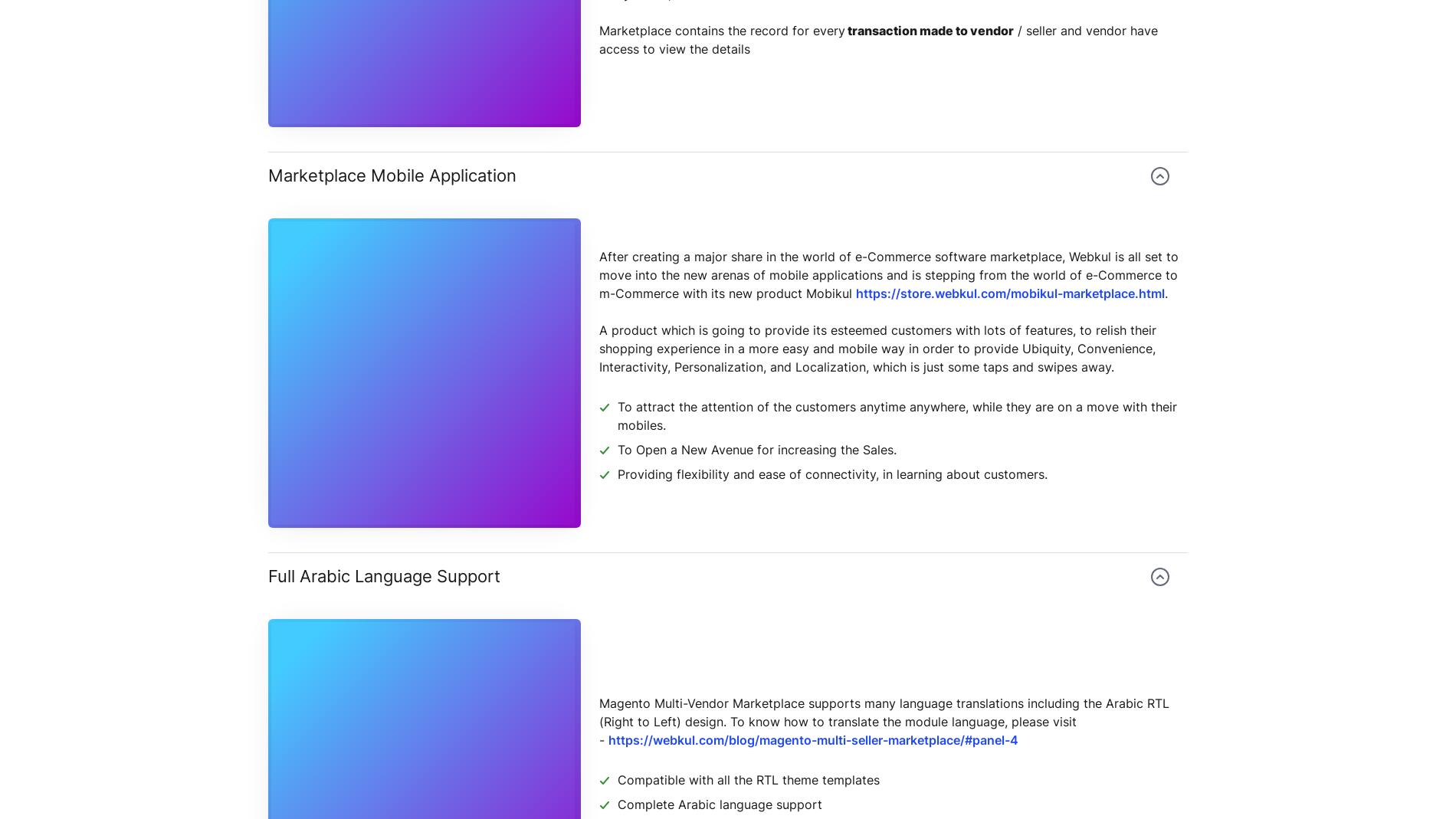 The width and height of the screenshot is (1456, 819). I want to click on 'https://webkul.com/blog/magento-multi-seller-marketplace/#panel-4', so click(813, 739).